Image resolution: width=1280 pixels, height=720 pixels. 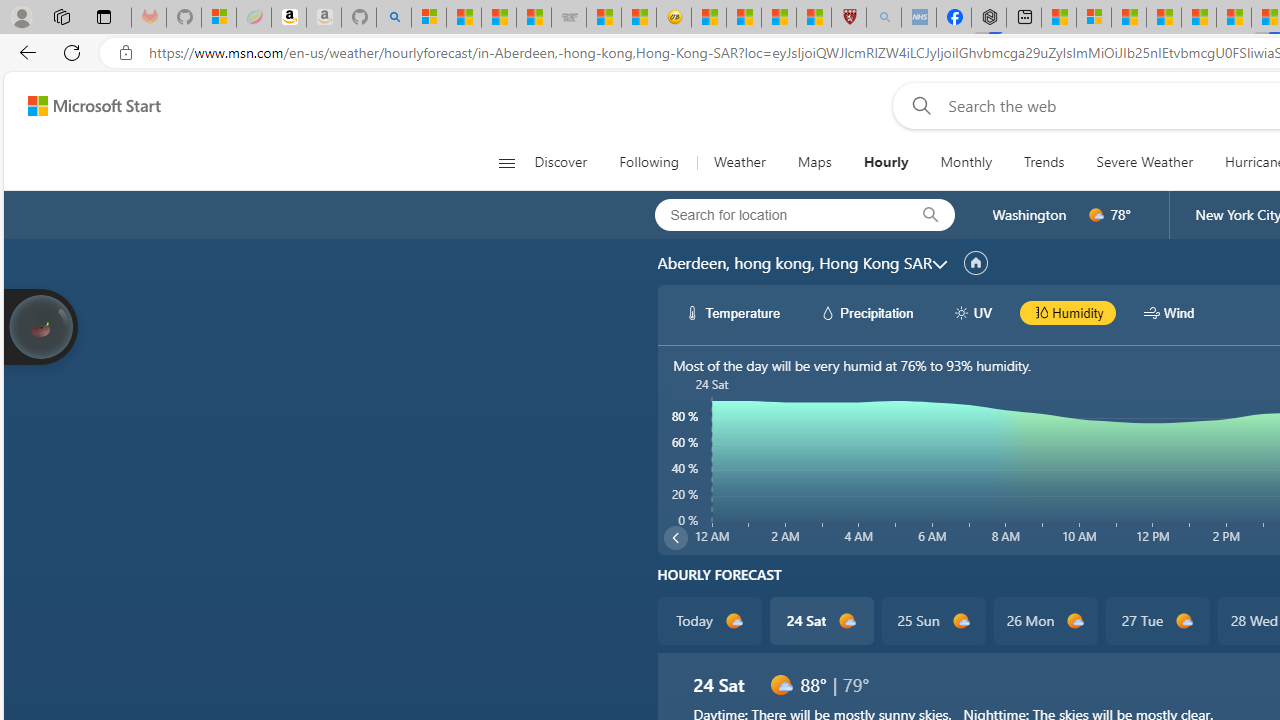 What do you see at coordinates (693, 312) in the screenshot?
I see `'hourlyChart/temperatureWhite'` at bounding box center [693, 312].